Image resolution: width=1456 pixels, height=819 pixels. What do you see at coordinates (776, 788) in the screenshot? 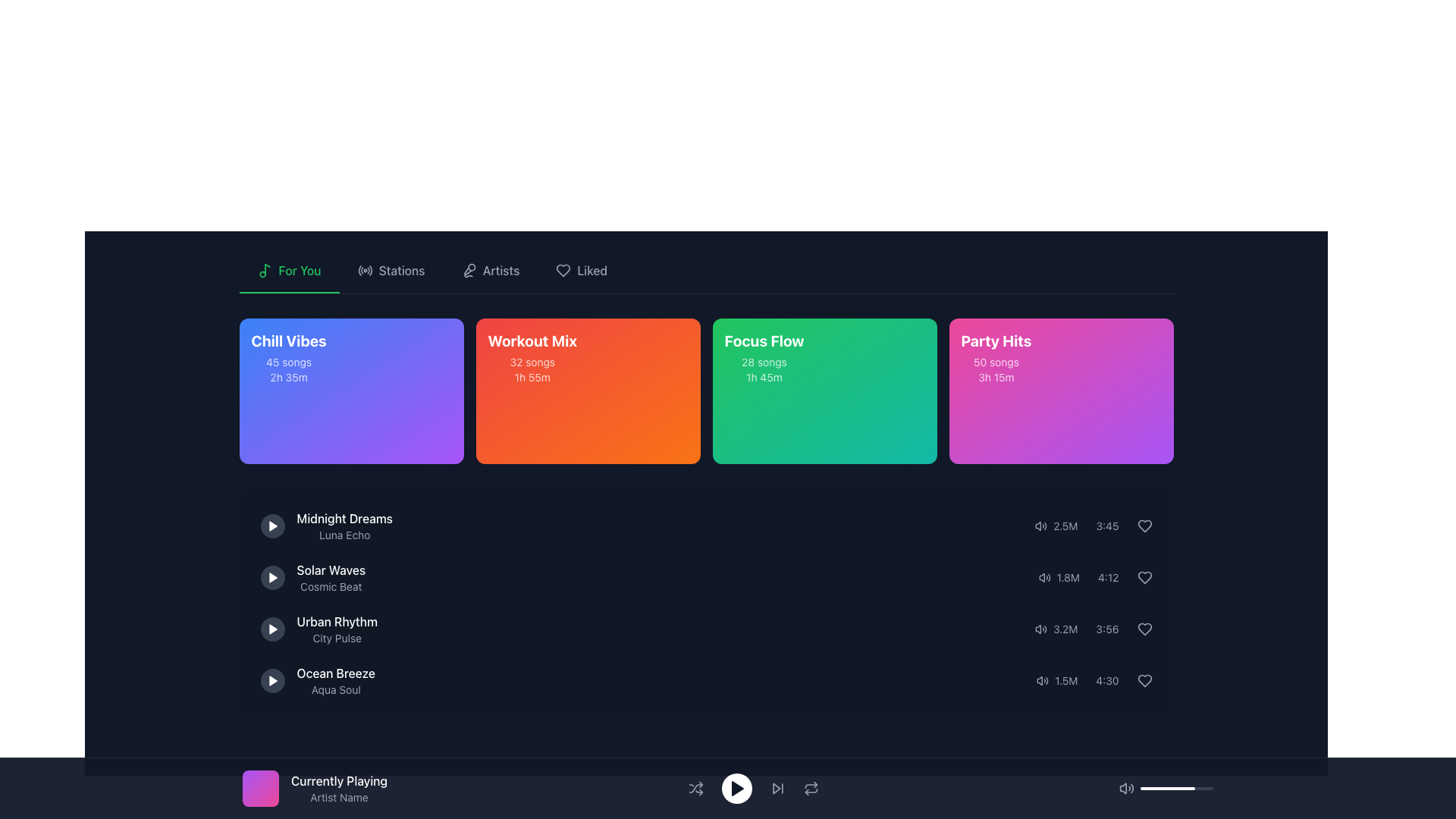
I see `the 'skip forward' button in the media player interface, which is an SVG-based icon located between the play button and a circular arrow button` at bounding box center [776, 788].